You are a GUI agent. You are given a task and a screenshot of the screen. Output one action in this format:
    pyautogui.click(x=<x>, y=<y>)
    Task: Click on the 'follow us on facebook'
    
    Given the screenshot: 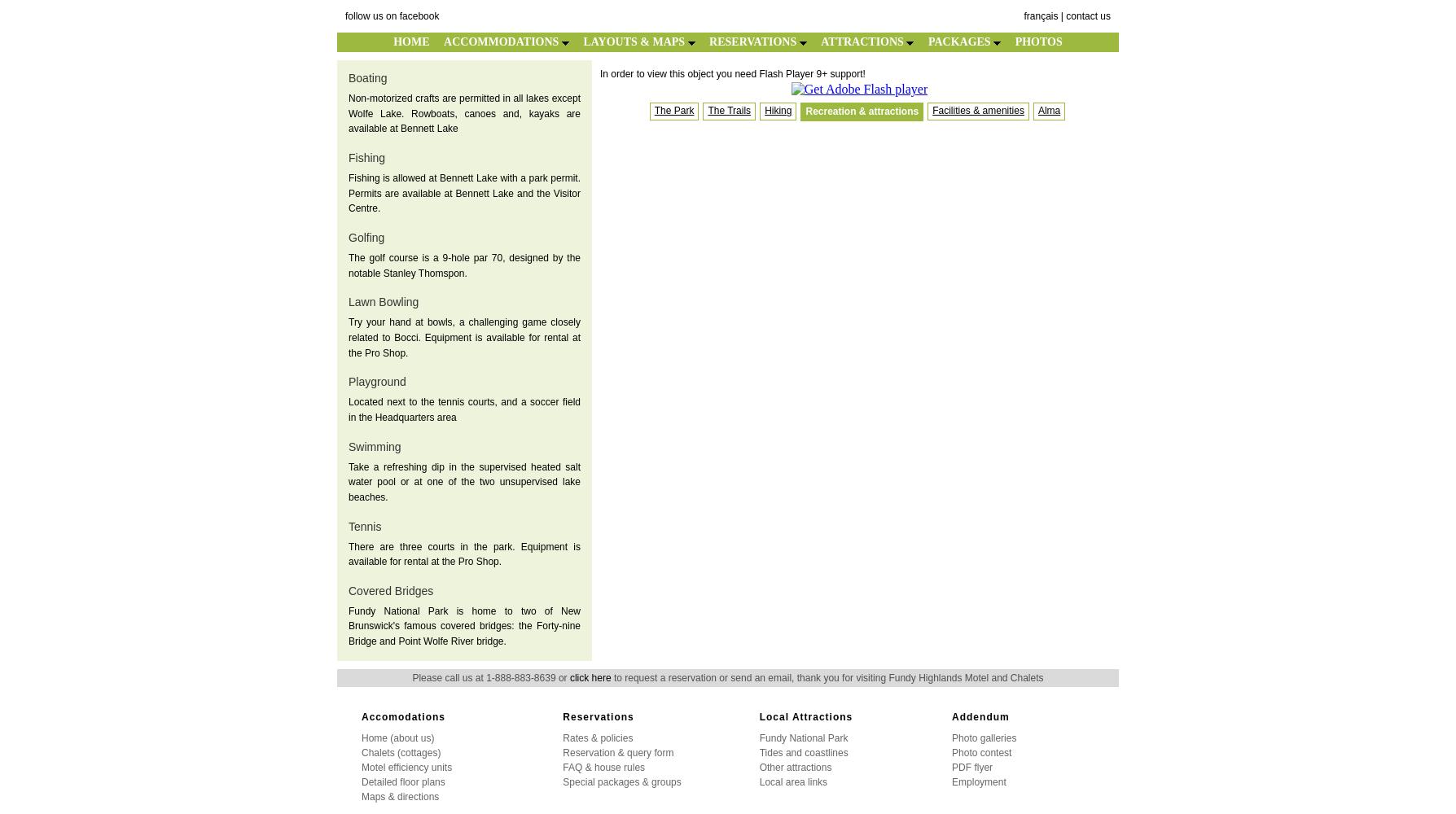 What is the action you would take?
    pyautogui.click(x=392, y=16)
    